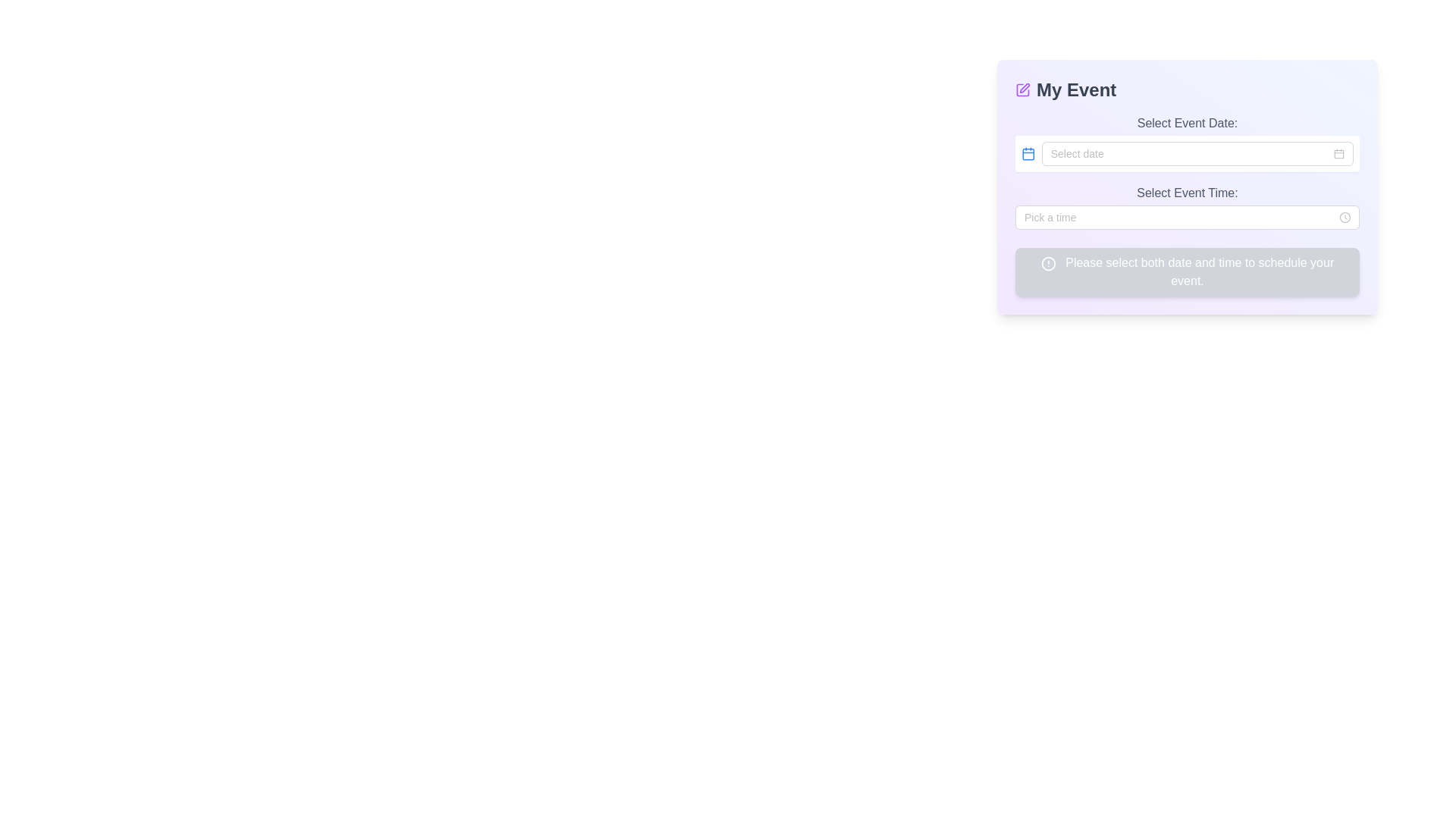 This screenshot has height=819, width=1456. Describe the element at coordinates (1186, 217) in the screenshot. I see `a time from the dropdown menu of the Time picker input field labeled 'Select Event Time' in the 'My Event' form` at that location.